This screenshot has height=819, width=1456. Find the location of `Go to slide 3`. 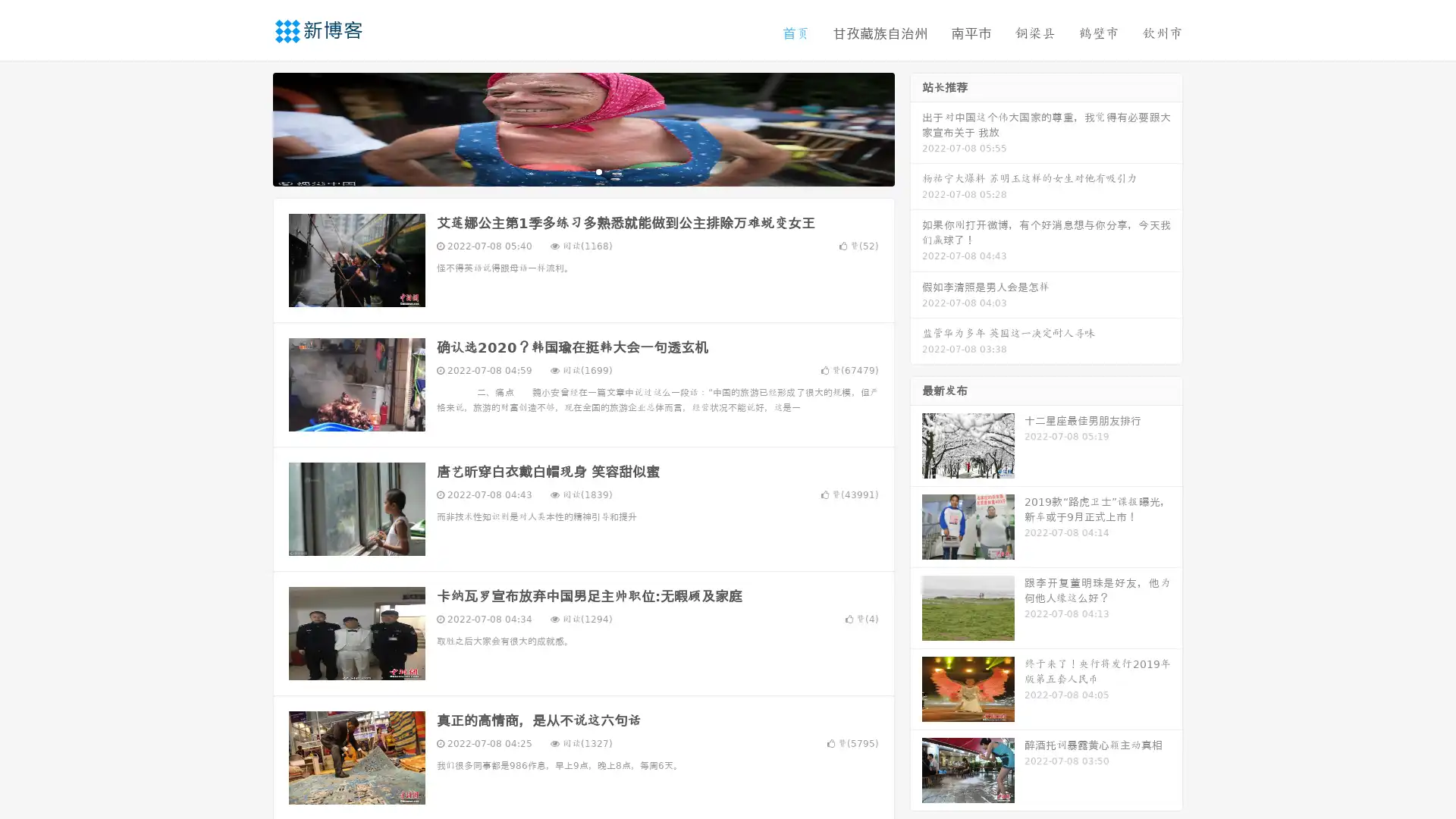

Go to slide 3 is located at coordinates (598, 171).